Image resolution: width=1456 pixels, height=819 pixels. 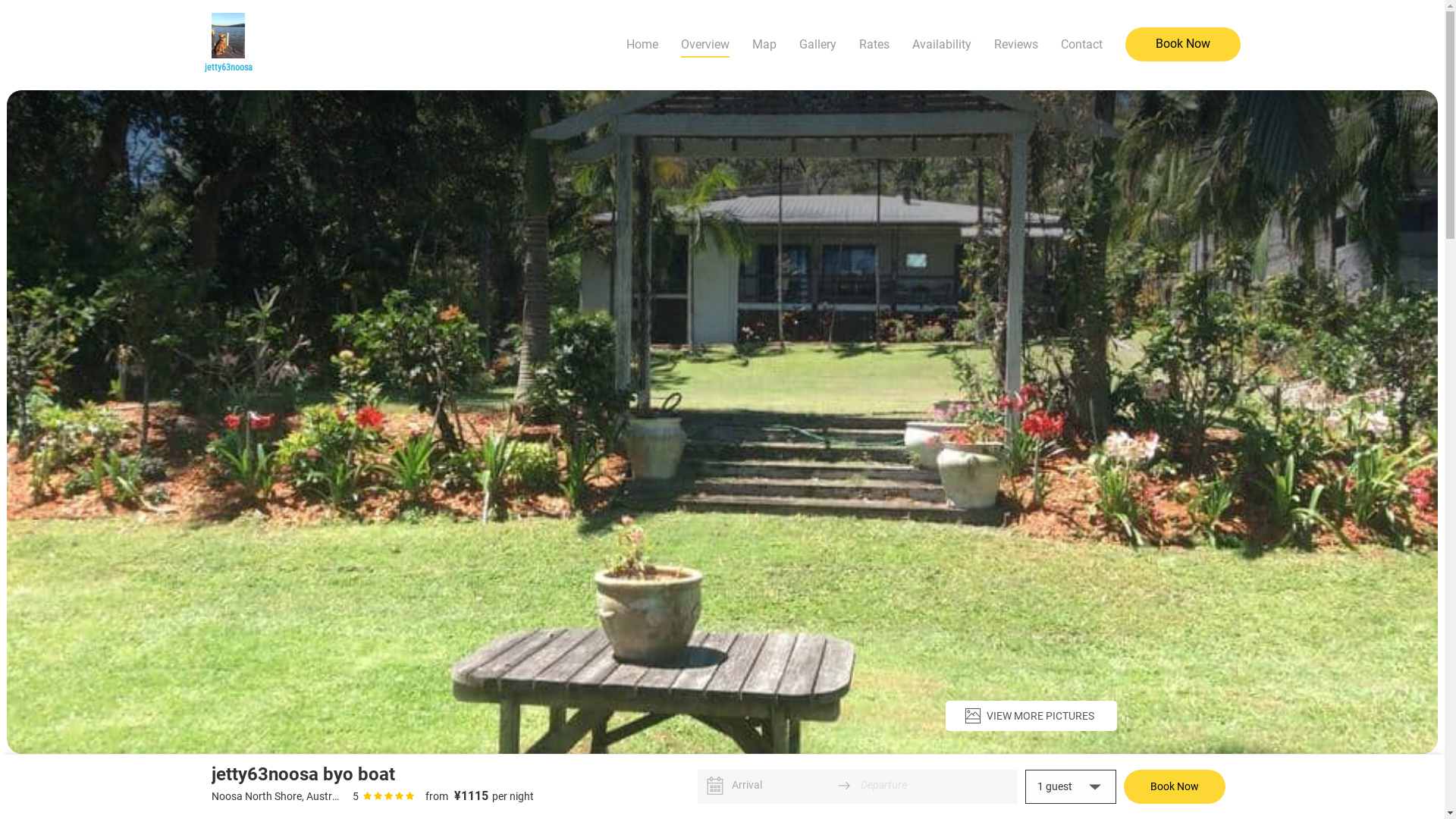 I want to click on 'Overview', so click(x=679, y=43).